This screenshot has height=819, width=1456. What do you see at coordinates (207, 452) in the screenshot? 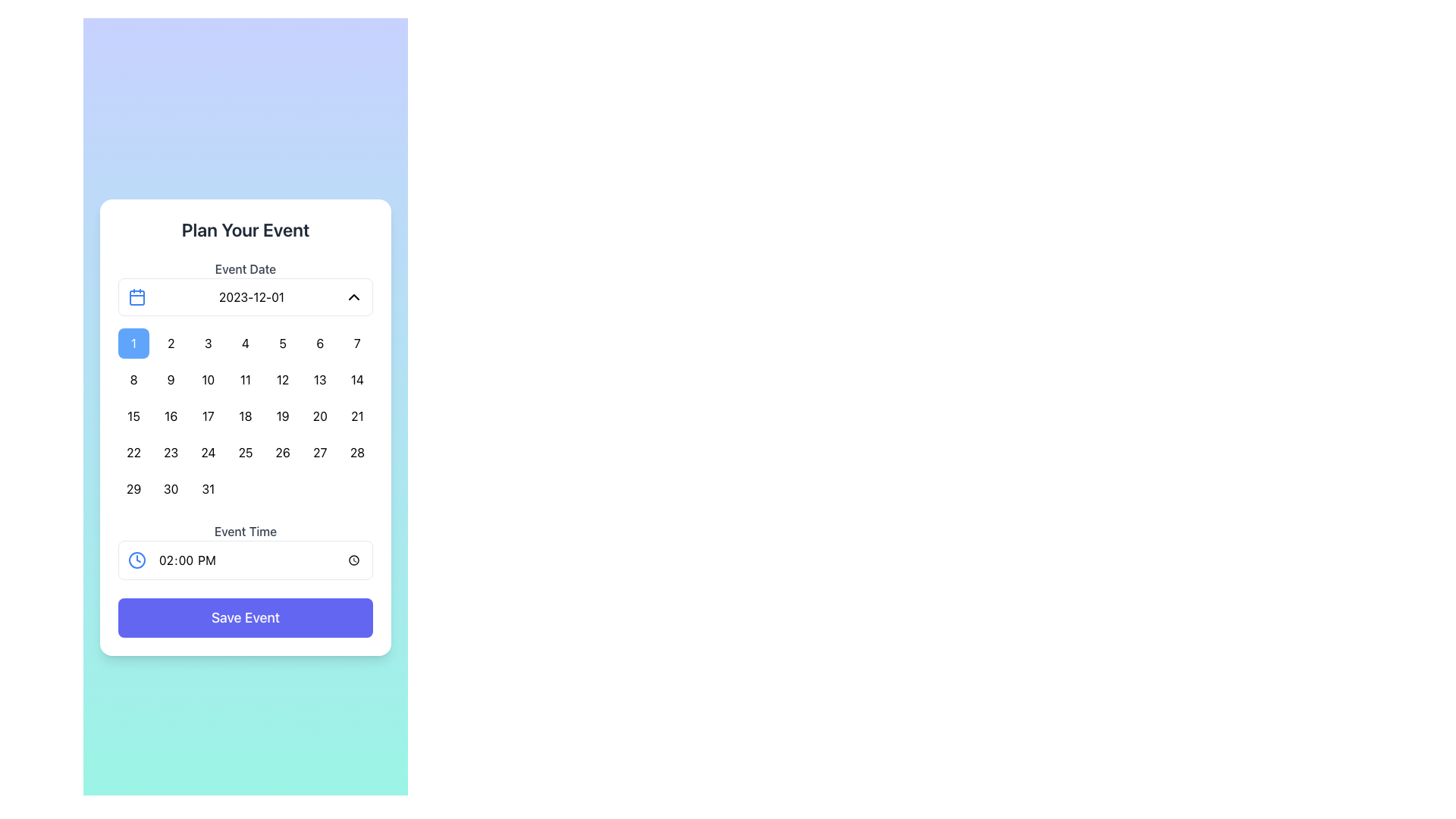
I see `the button displaying the number '24' in the 22nd row and 3rd column of the calendar grid` at bounding box center [207, 452].